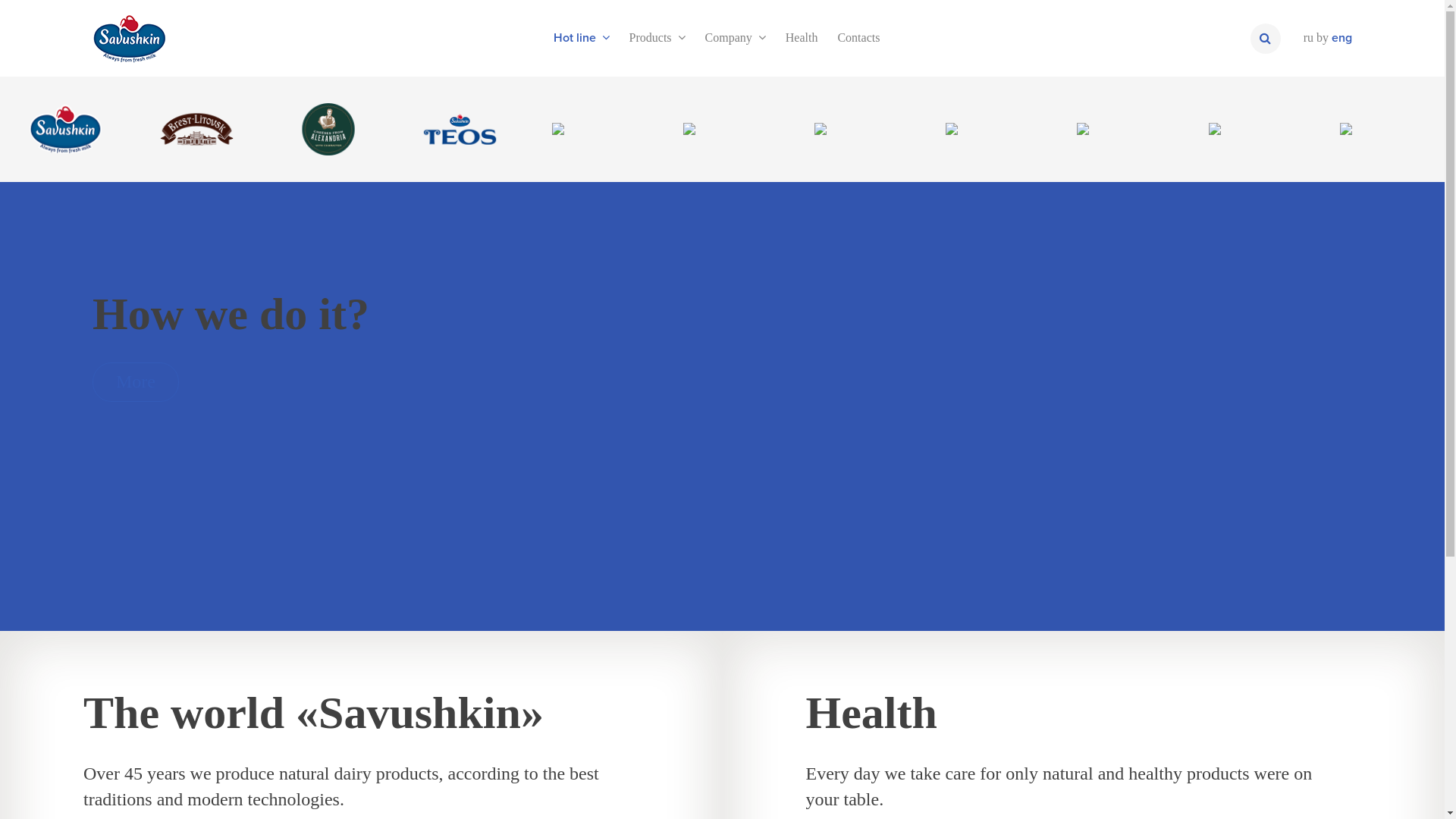 The image size is (1456, 819). What do you see at coordinates (1321, 36) in the screenshot?
I see `'by'` at bounding box center [1321, 36].